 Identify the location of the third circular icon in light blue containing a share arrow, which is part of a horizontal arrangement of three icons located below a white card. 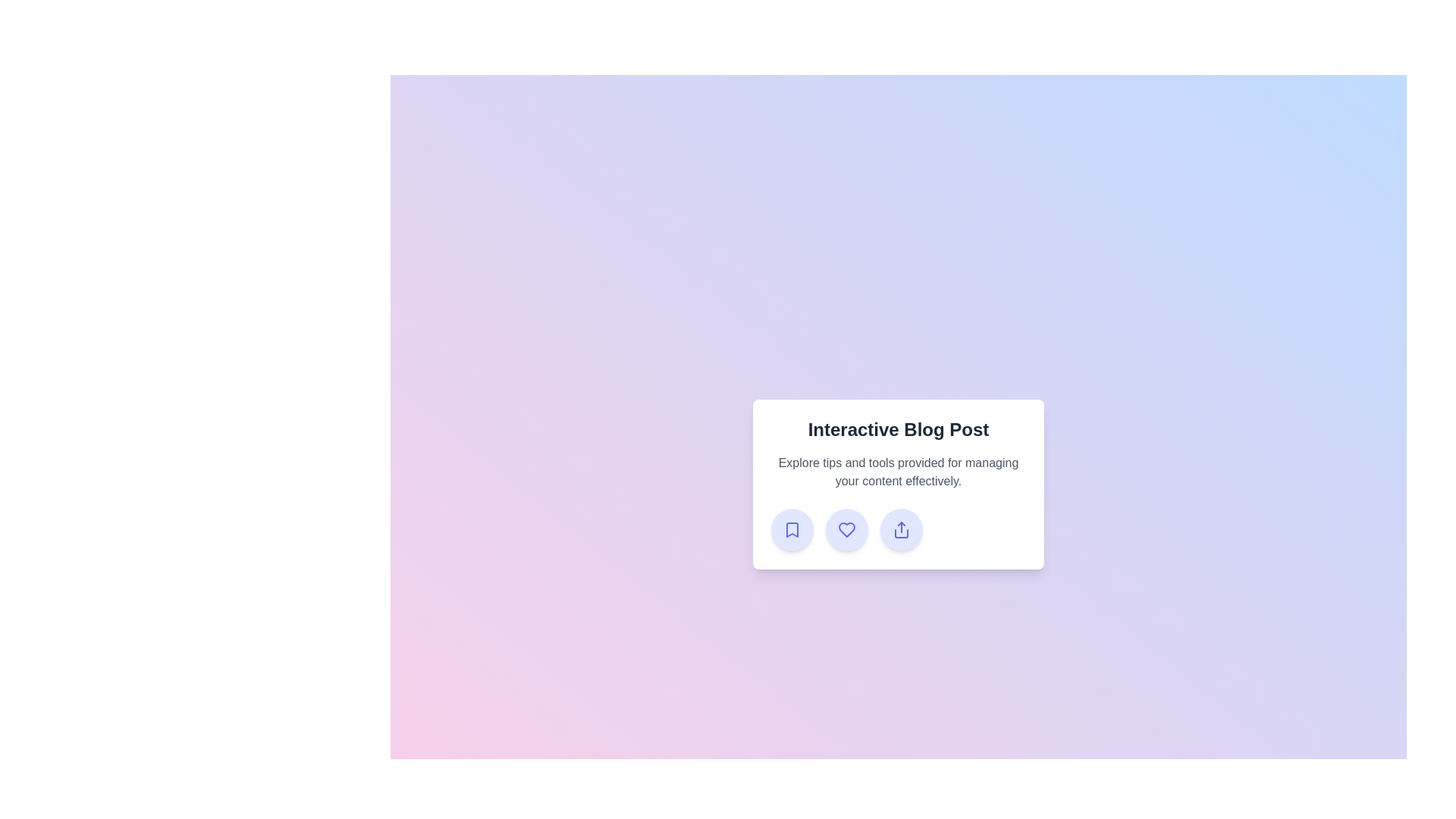
(899, 529).